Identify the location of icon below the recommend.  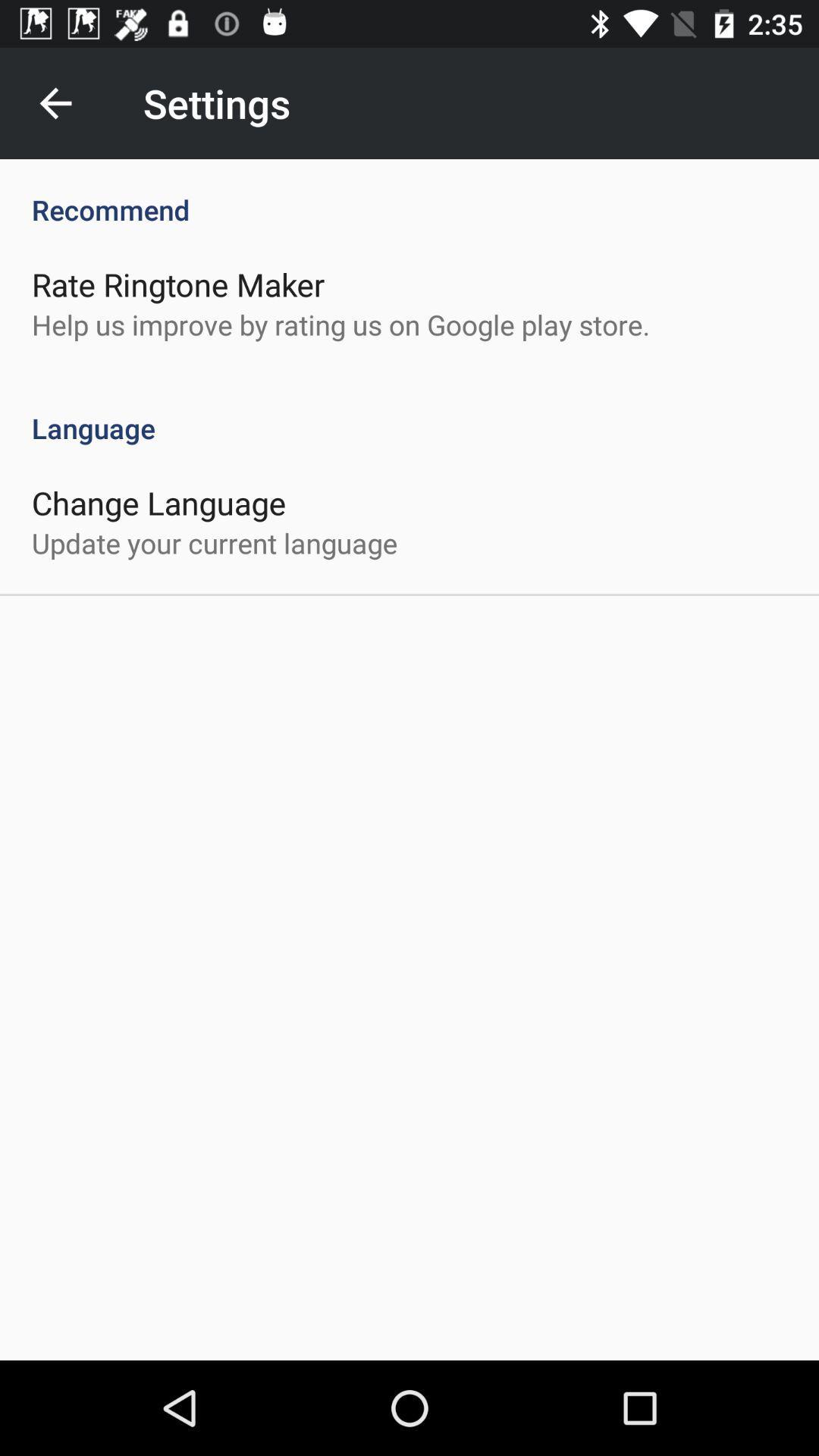
(177, 284).